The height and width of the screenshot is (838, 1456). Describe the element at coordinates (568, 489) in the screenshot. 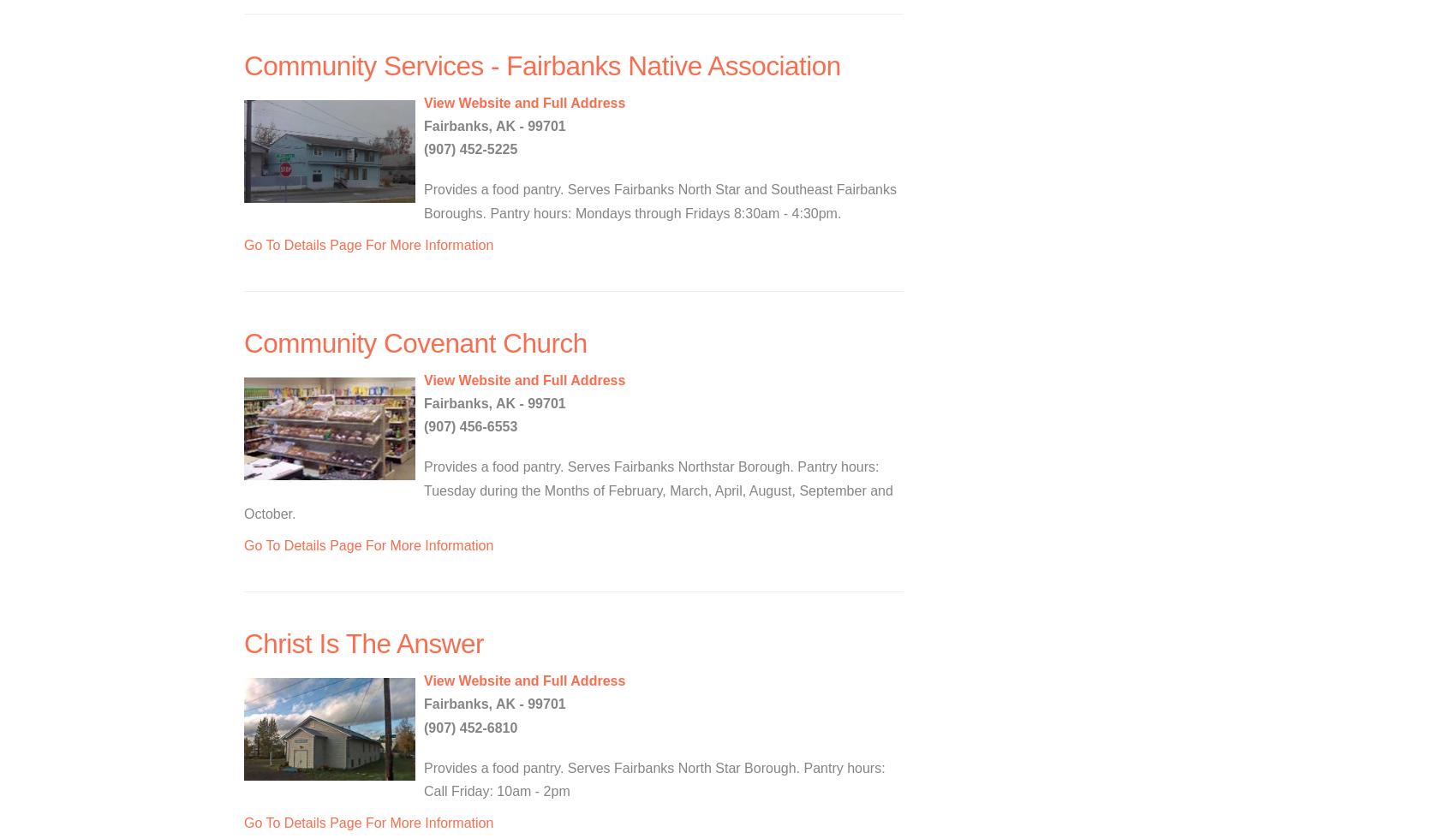

I see `'Provides a food pantry.  Serves Fairbanks Northstar Borough. Pantry hours: Tuesday during the Months of February, March, April, August, September and October.'` at that location.